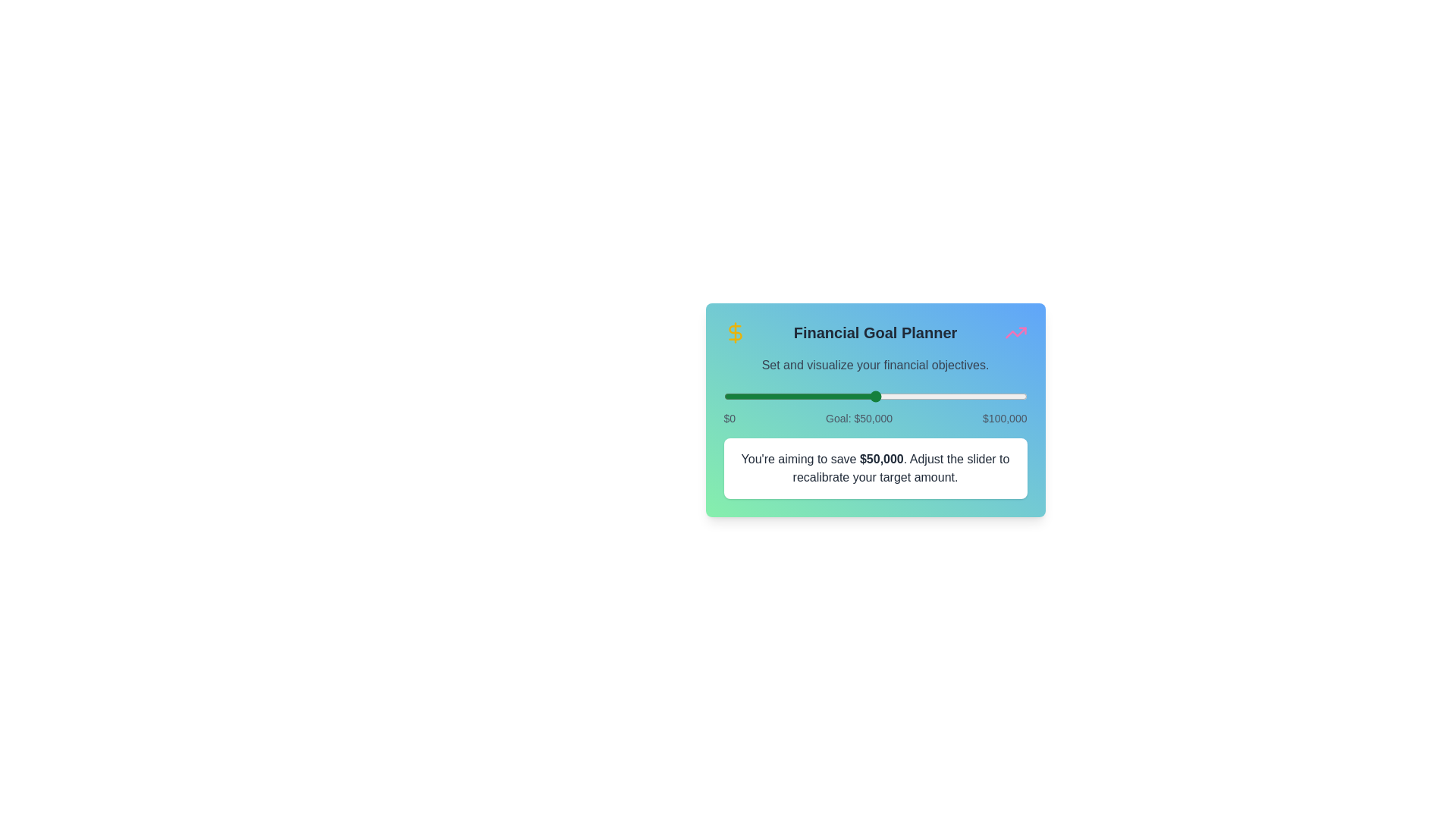 The height and width of the screenshot is (819, 1456). I want to click on the slider to set the financial goal to 26604 dollars, so click(803, 396).